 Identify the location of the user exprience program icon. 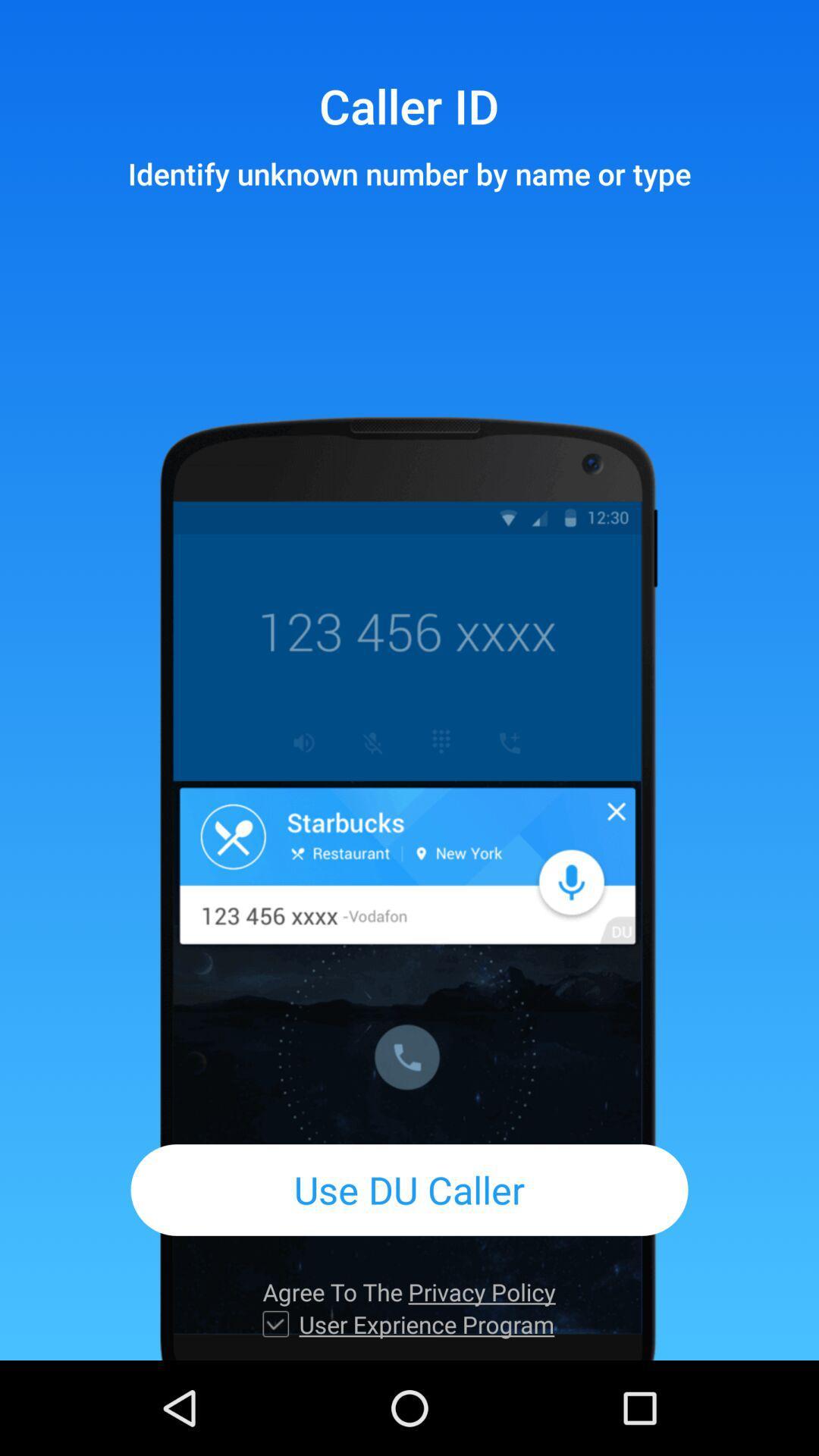
(426, 1323).